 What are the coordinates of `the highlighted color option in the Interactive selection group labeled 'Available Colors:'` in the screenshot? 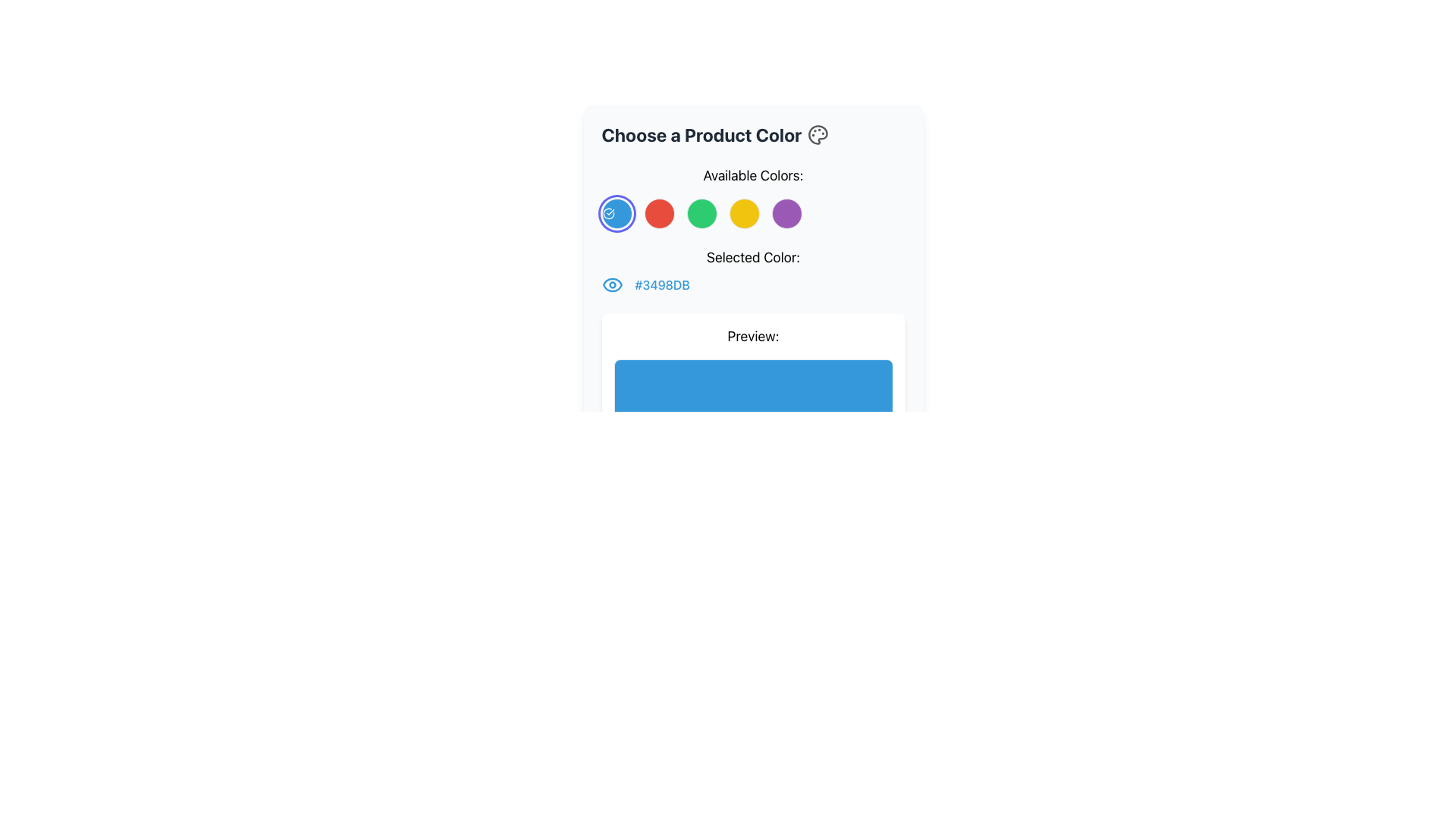 It's located at (753, 196).